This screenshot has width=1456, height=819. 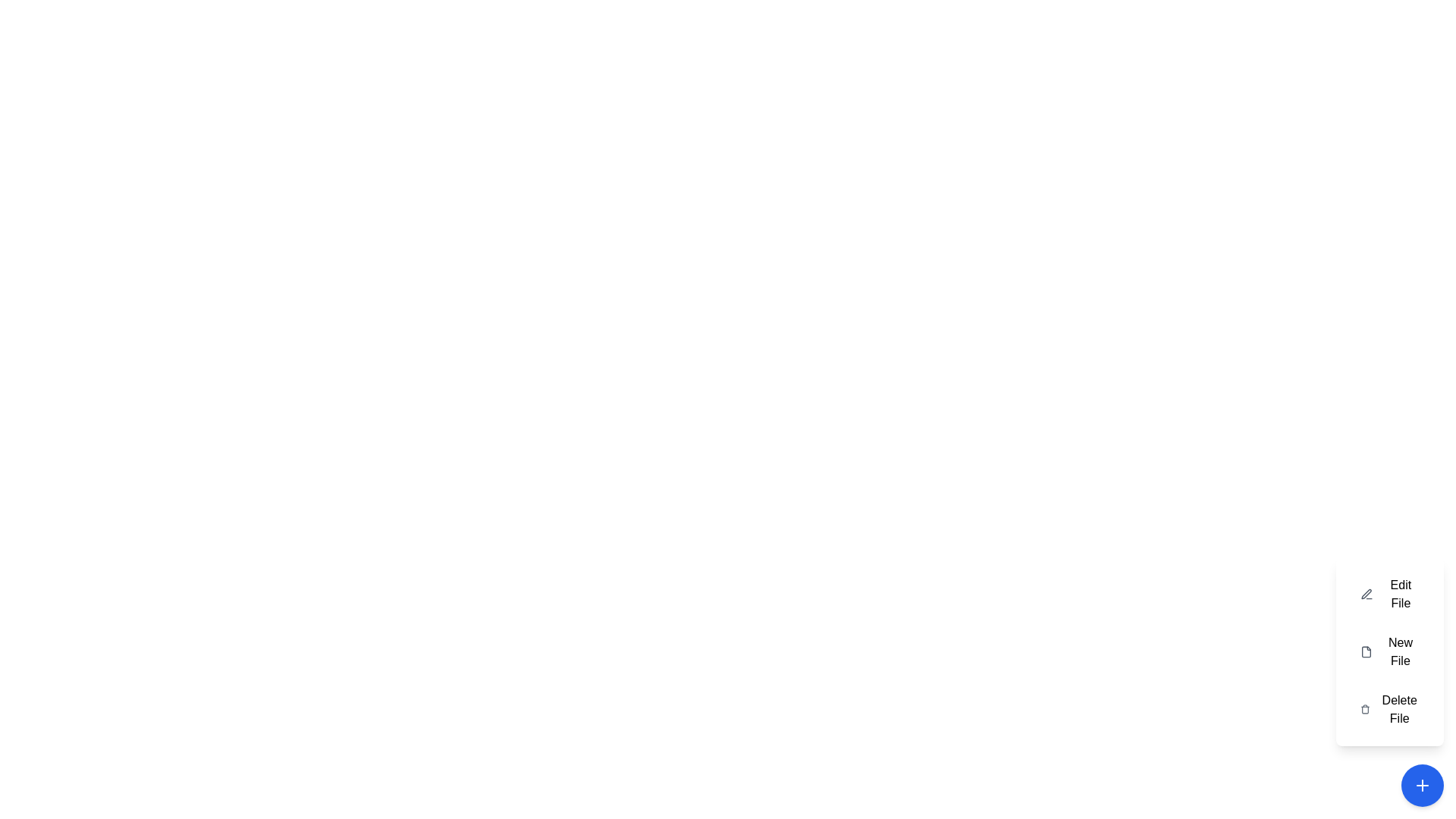 I want to click on the blue circular button with a white plus icon located at the bottom right corner of the interface to observe any hover effects, so click(x=1422, y=785).